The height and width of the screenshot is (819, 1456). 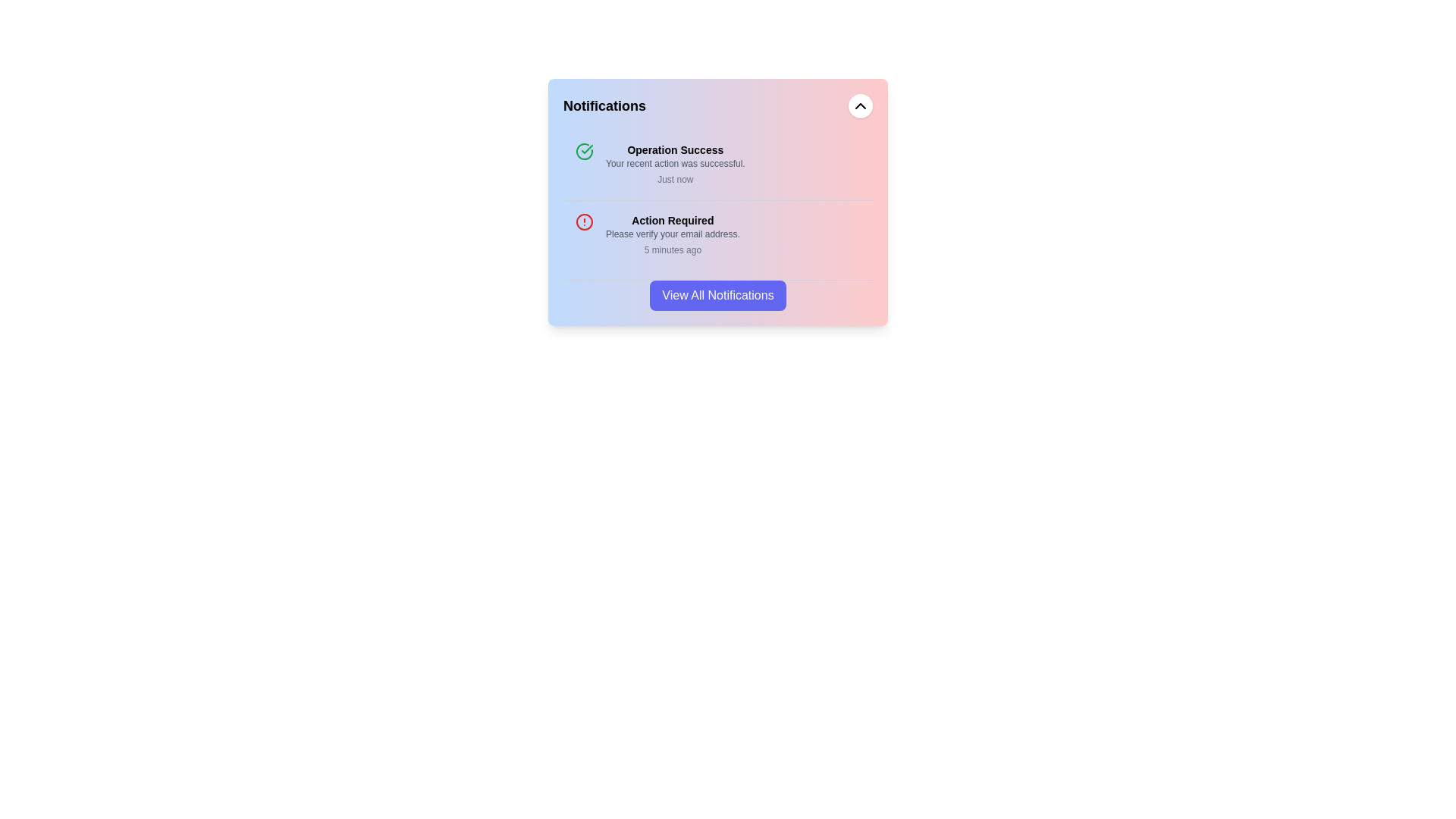 What do you see at coordinates (584, 152) in the screenshot?
I see `the status represented by the success icon located in the 'Operation Success' notification card on the top-left side of the notification component` at bounding box center [584, 152].